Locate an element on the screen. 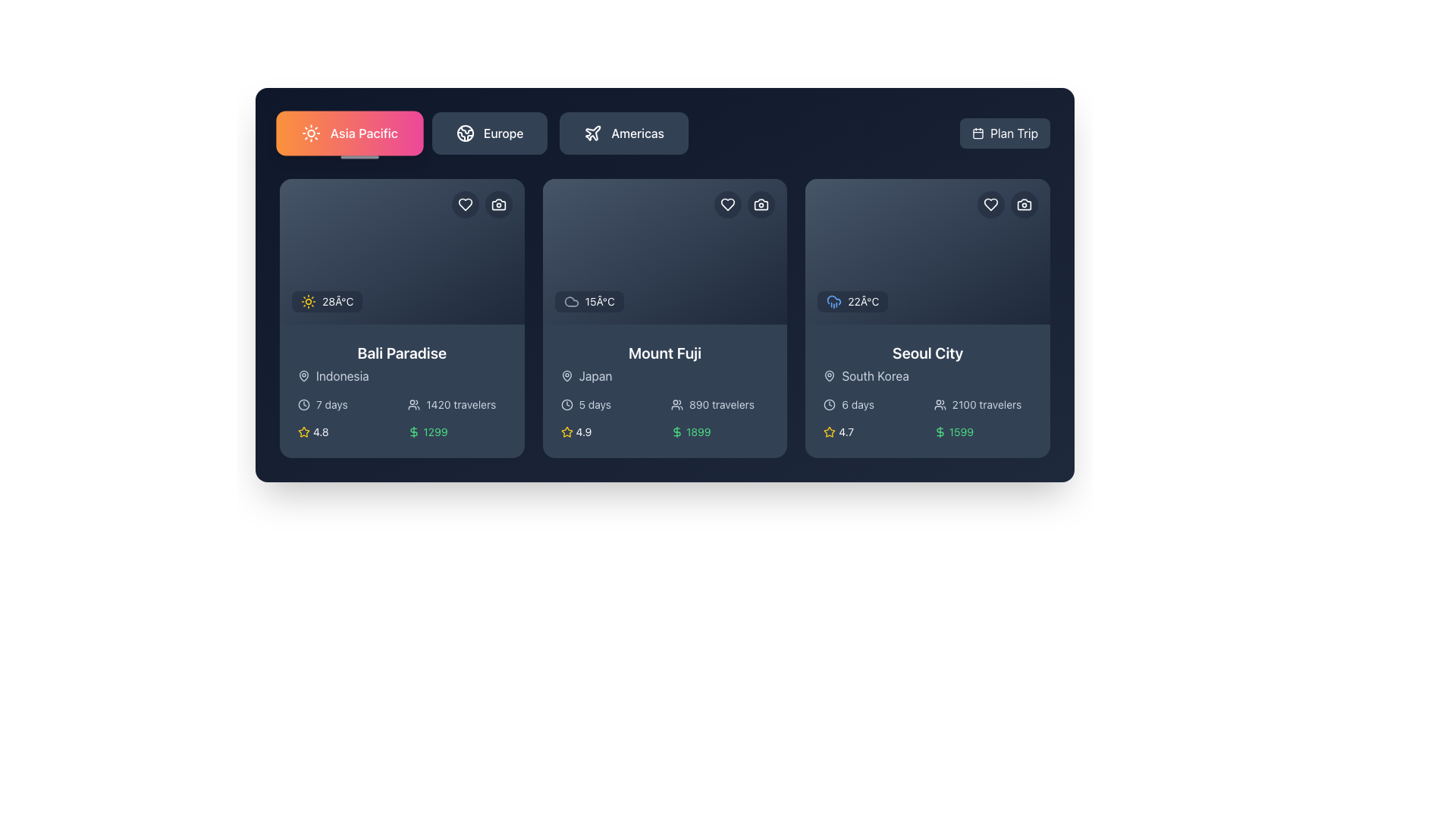 The image size is (1456, 819). the plane icon in the top navigation area under the 'America' category, which represents travel or flight-related features is located at coordinates (592, 132).